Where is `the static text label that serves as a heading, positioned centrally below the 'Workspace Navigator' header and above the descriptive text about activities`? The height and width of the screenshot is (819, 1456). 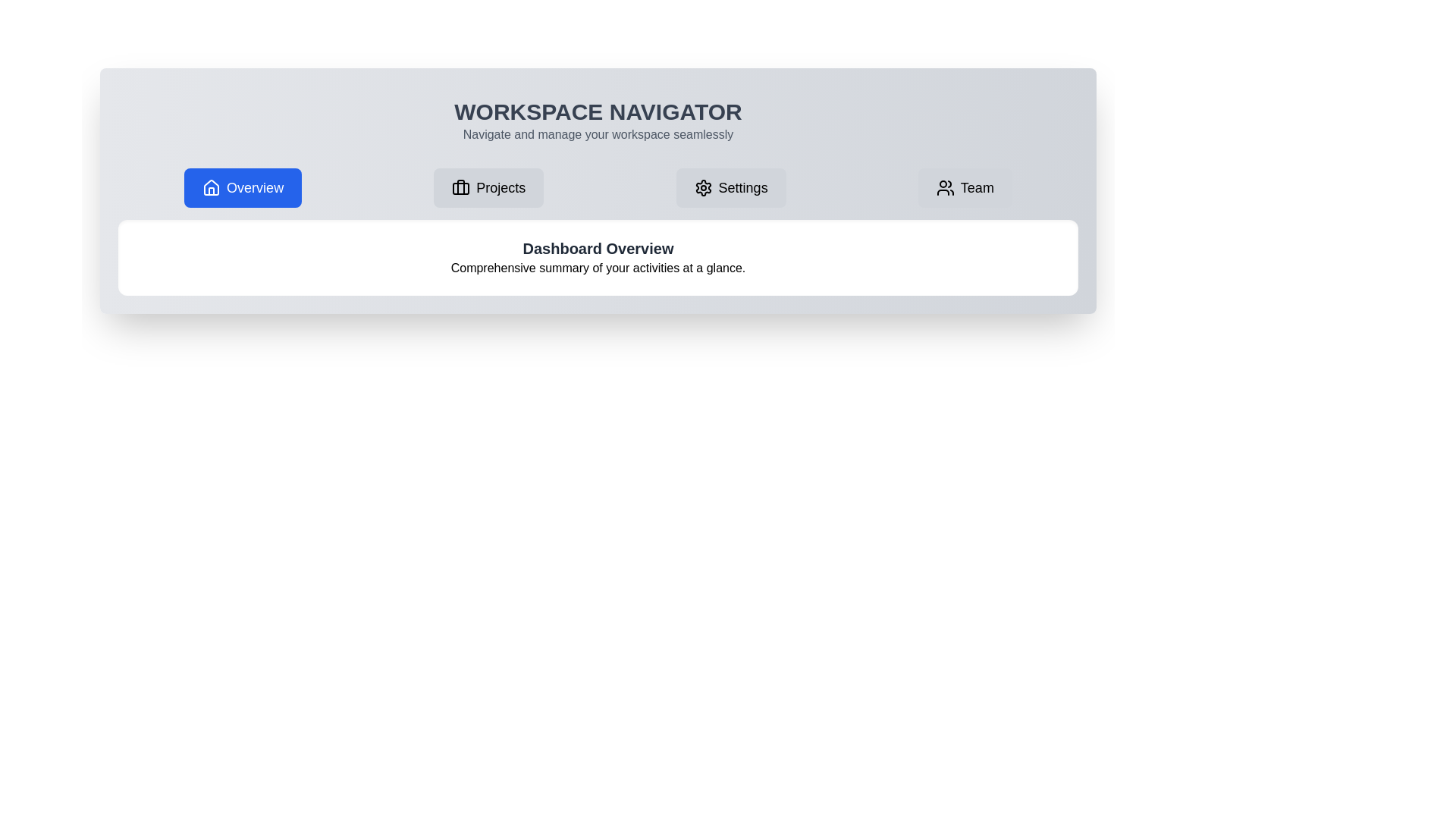 the static text label that serves as a heading, positioned centrally below the 'Workspace Navigator' header and above the descriptive text about activities is located at coordinates (597, 247).